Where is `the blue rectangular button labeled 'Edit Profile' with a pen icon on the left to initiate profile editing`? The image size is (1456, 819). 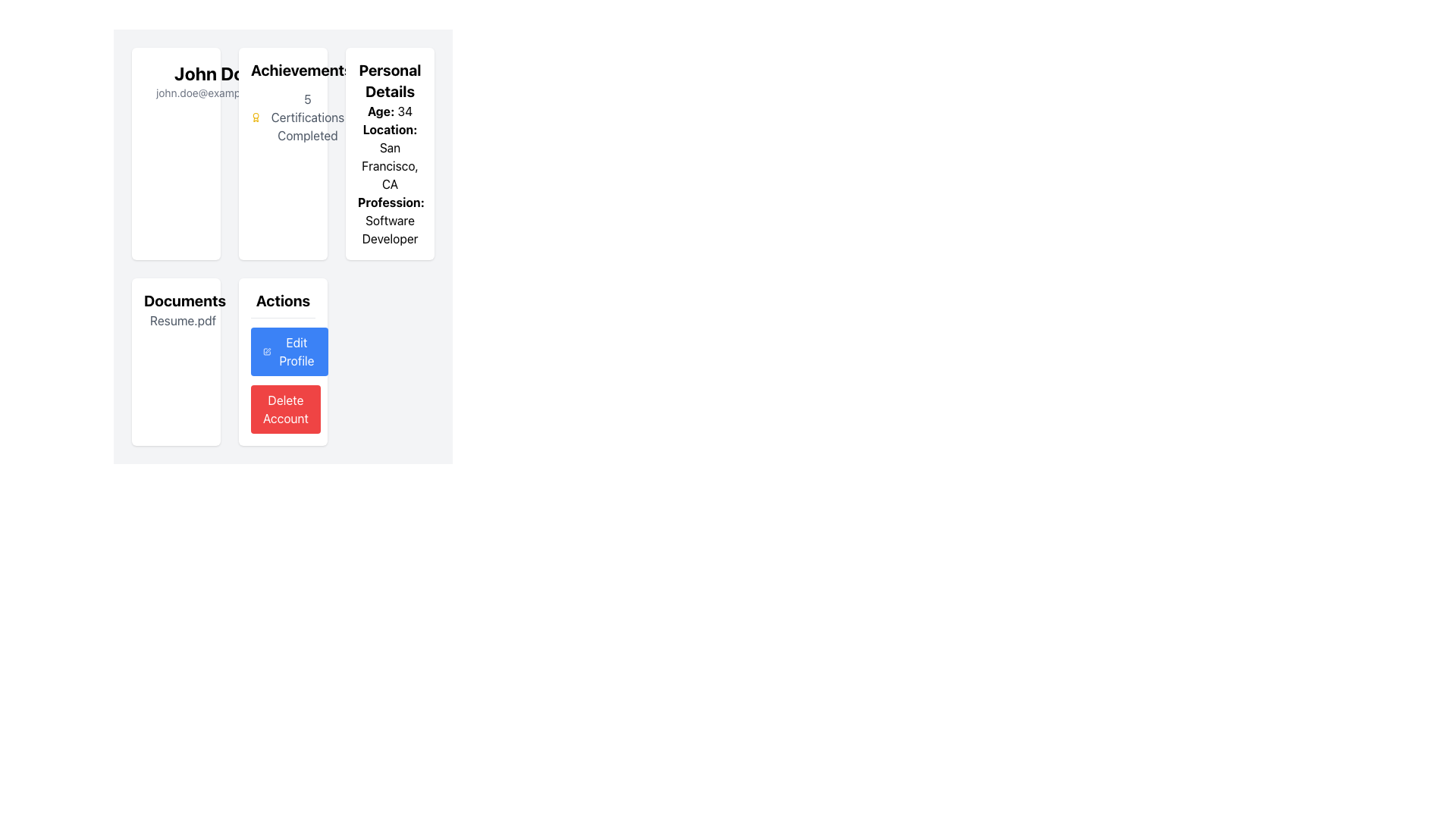
the blue rectangular button labeled 'Edit Profile' with a pen icon on the left to initiate profile editing is located at coordinates (290, 351).